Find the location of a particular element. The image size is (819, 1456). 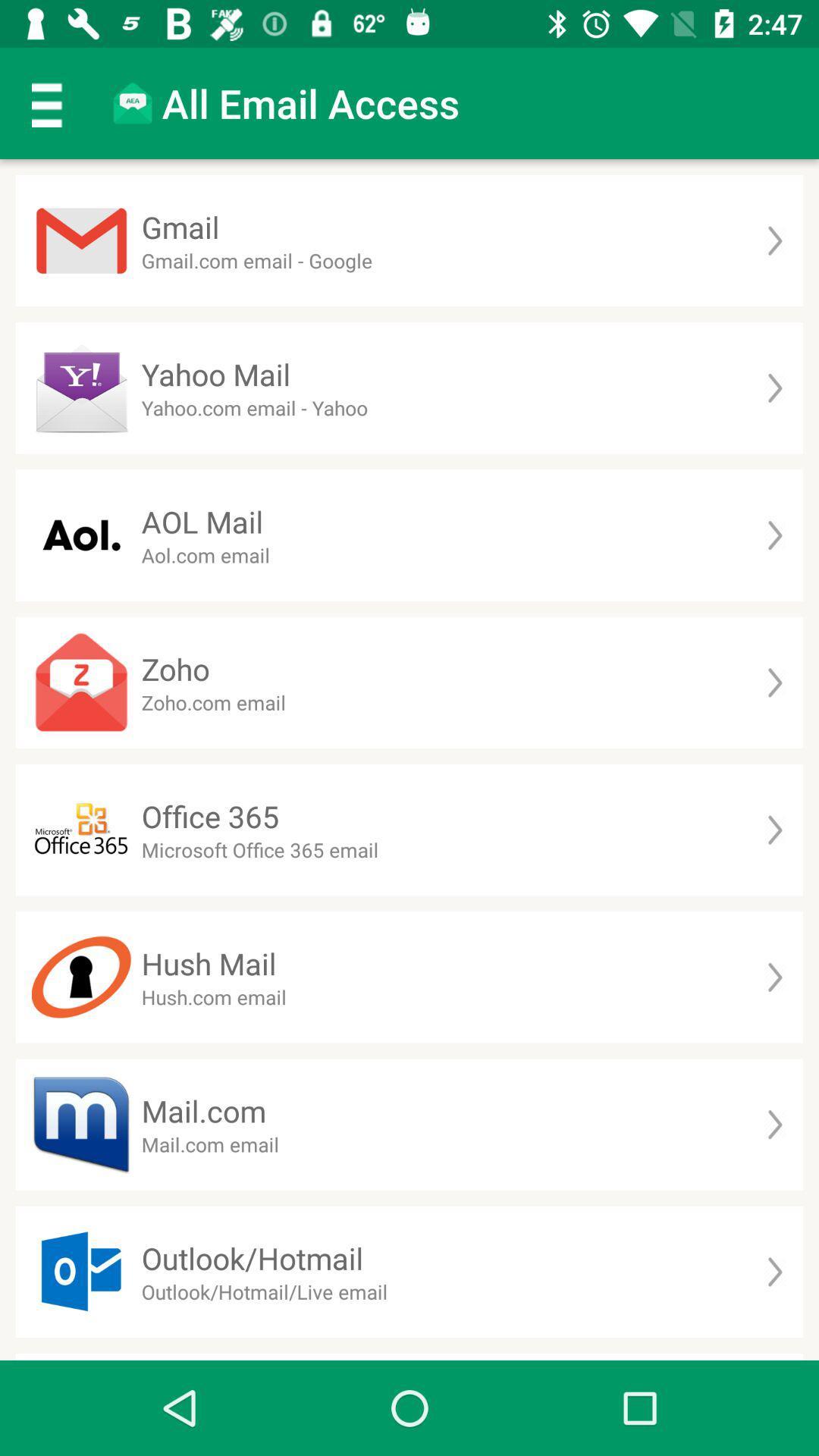

the aol mail item is located at coordinates (201, 522).